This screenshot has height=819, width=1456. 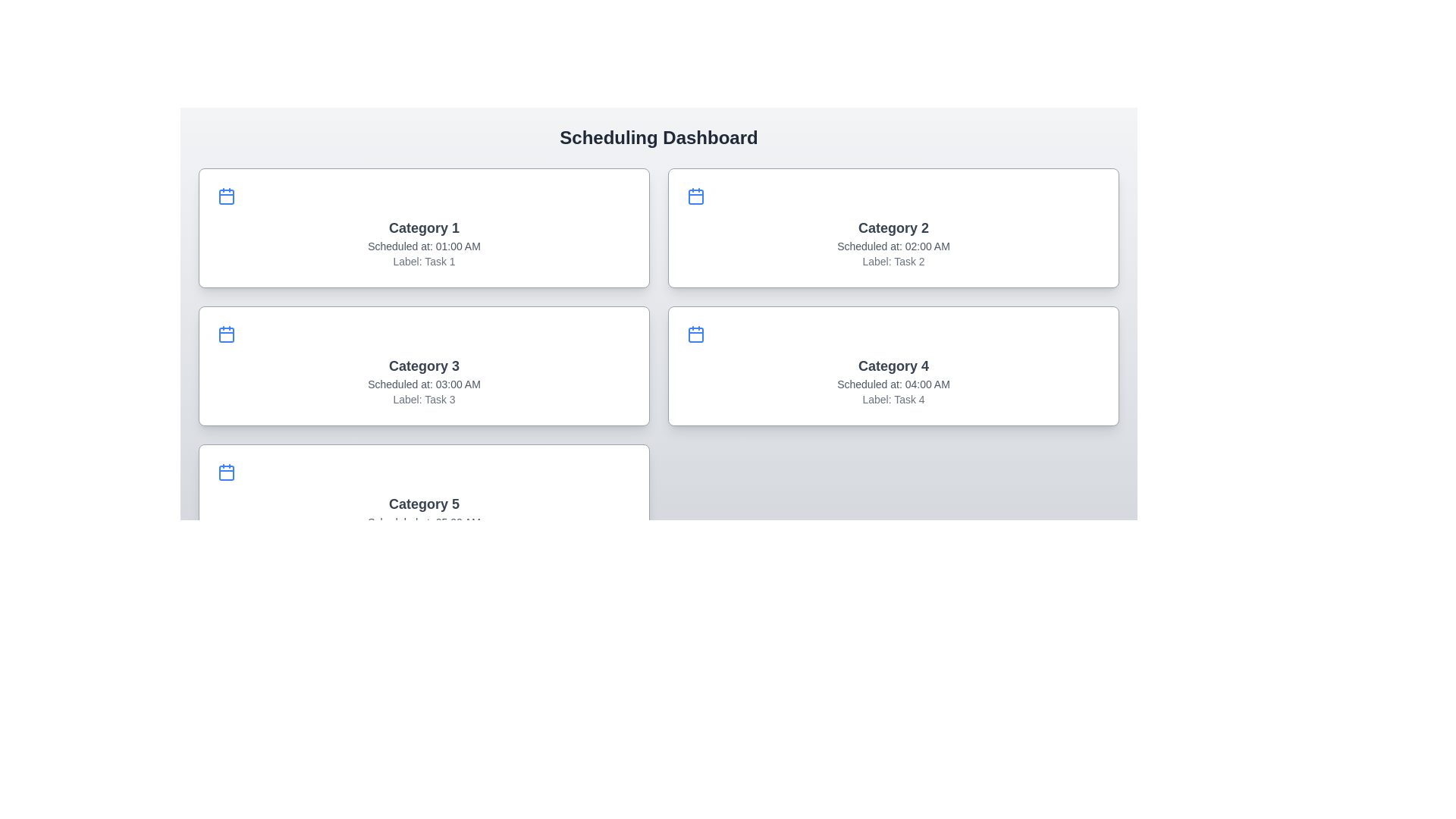 What do you see at coordinates (225, 333) in the screenshot?
I see `the calendar icon located at the top-left of the 'Category 3' card, which serves as a visual indicator for scheduling` at bounding box center [225, 333].